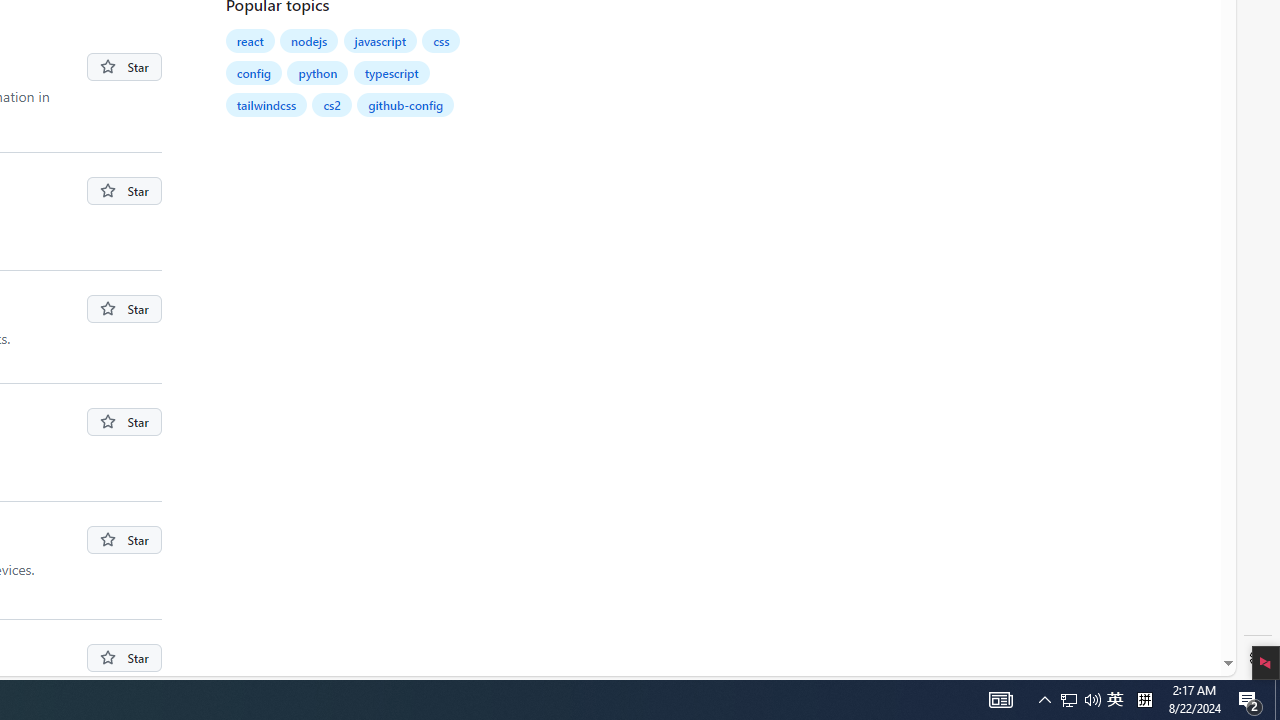 Image resolution: width=1280 pixels, height=720 pixels. I want to click on 'tailwindcss', so click(265, 105).